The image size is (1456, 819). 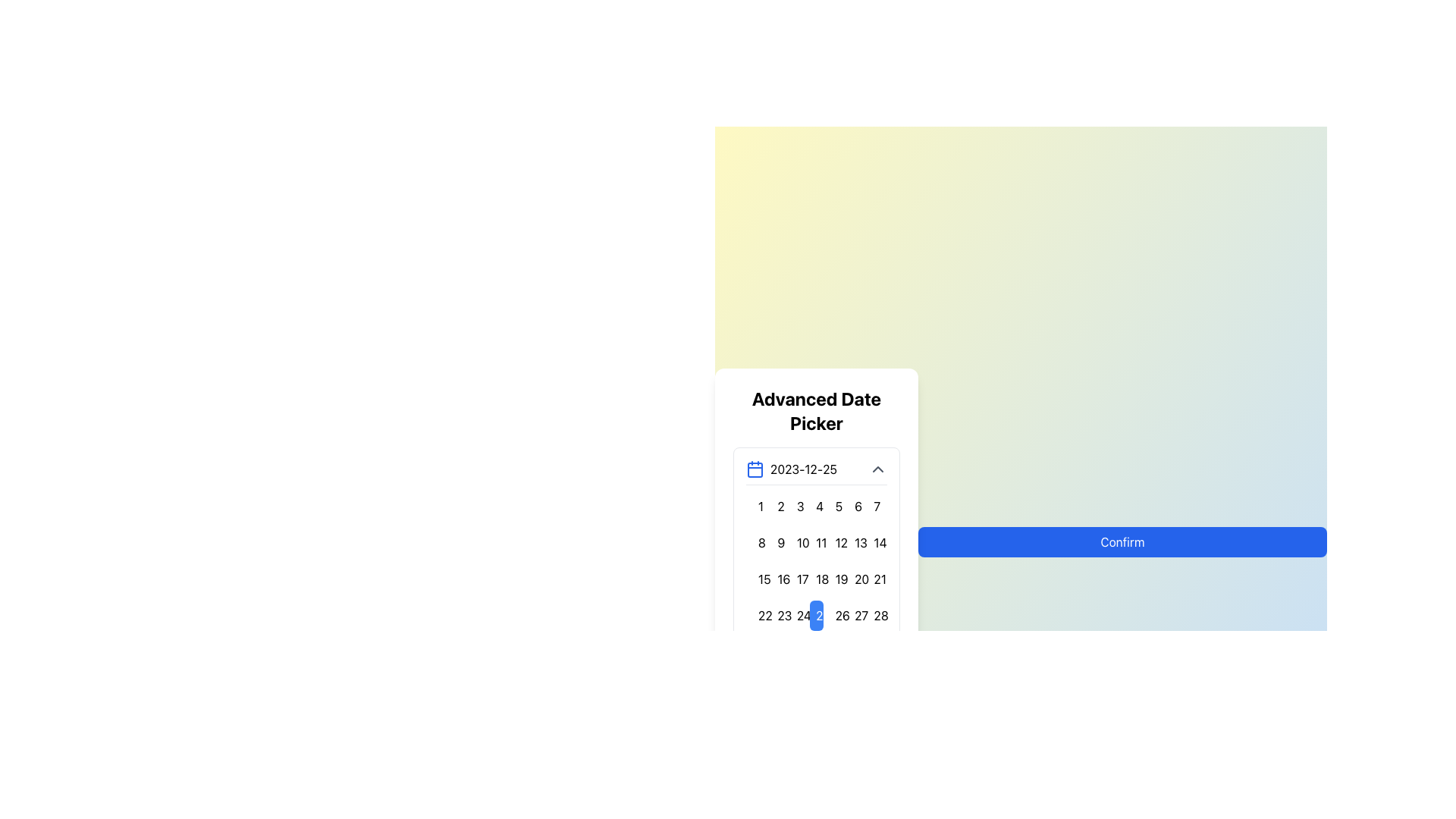 I want to click on the interactive button representing the selectable date 28th in the lower right quadrant of the calendar grid, so click(x=874, y=615).